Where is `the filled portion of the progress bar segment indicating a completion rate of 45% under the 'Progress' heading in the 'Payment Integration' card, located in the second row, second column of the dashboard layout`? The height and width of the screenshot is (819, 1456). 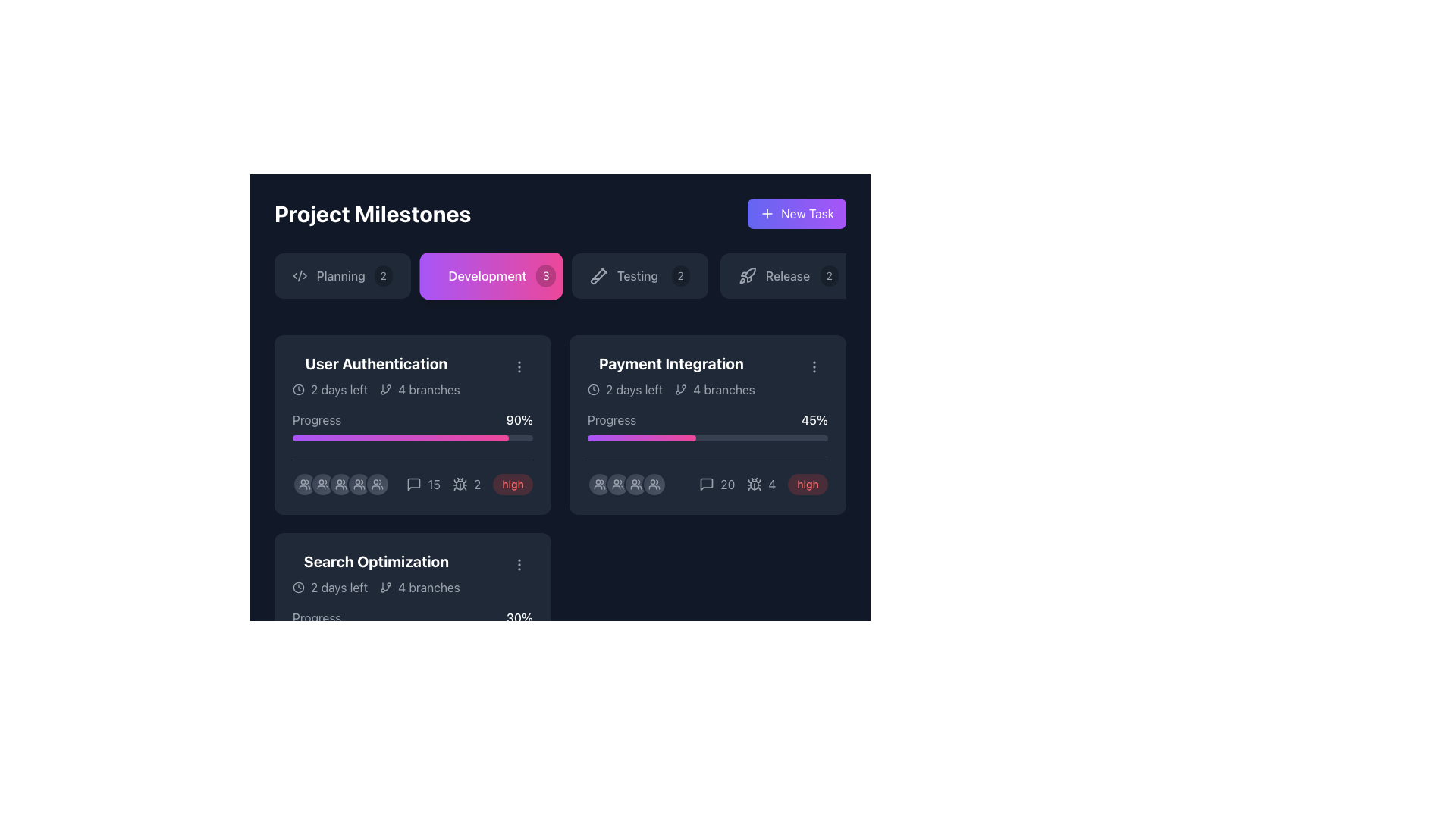
the filled portion of the progress bar segment indicating a completion rate of 45% under the 'Progress' heading in the 'Payment Integration' card, located in the second row, second column of the dashboard layout is located at coordinates (642, 438).